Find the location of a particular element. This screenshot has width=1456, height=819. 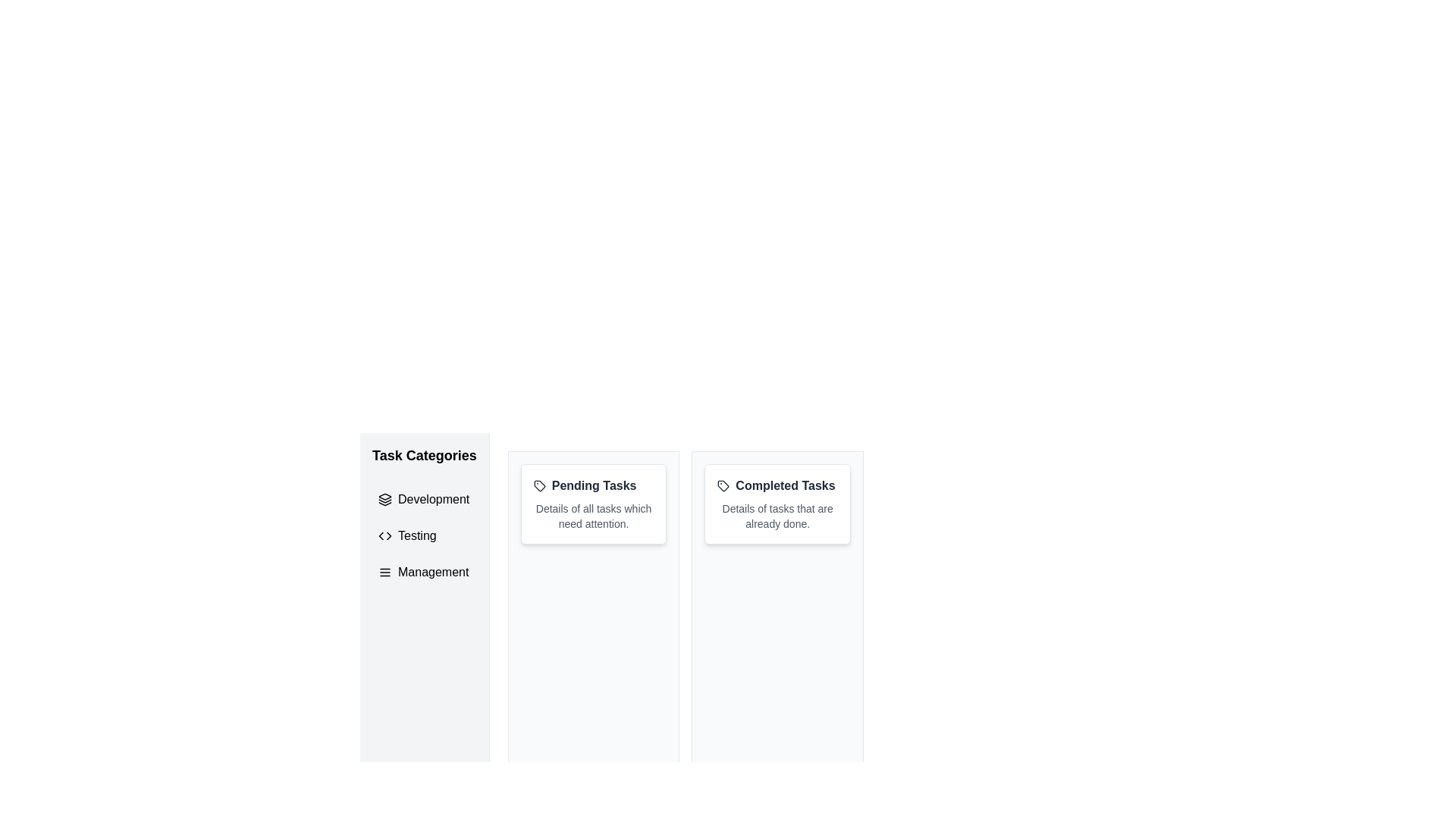

the small code symbol icon located to the left of the text label 'Testing' in the vertical list of categories in the sidebar is located at coordinates (385, 535).